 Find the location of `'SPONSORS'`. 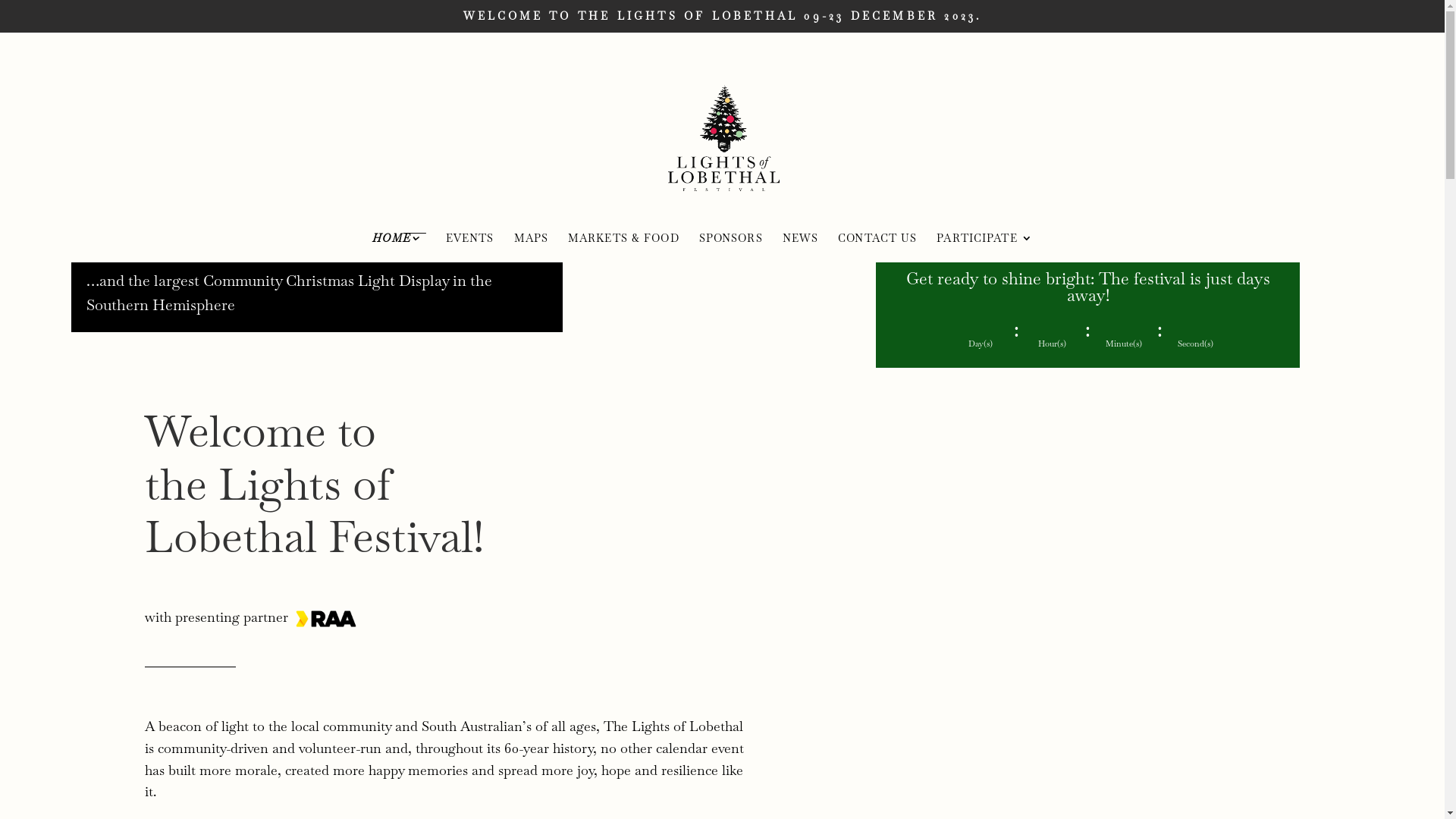

'SPONSORS' is located at coordinates (731, 246).